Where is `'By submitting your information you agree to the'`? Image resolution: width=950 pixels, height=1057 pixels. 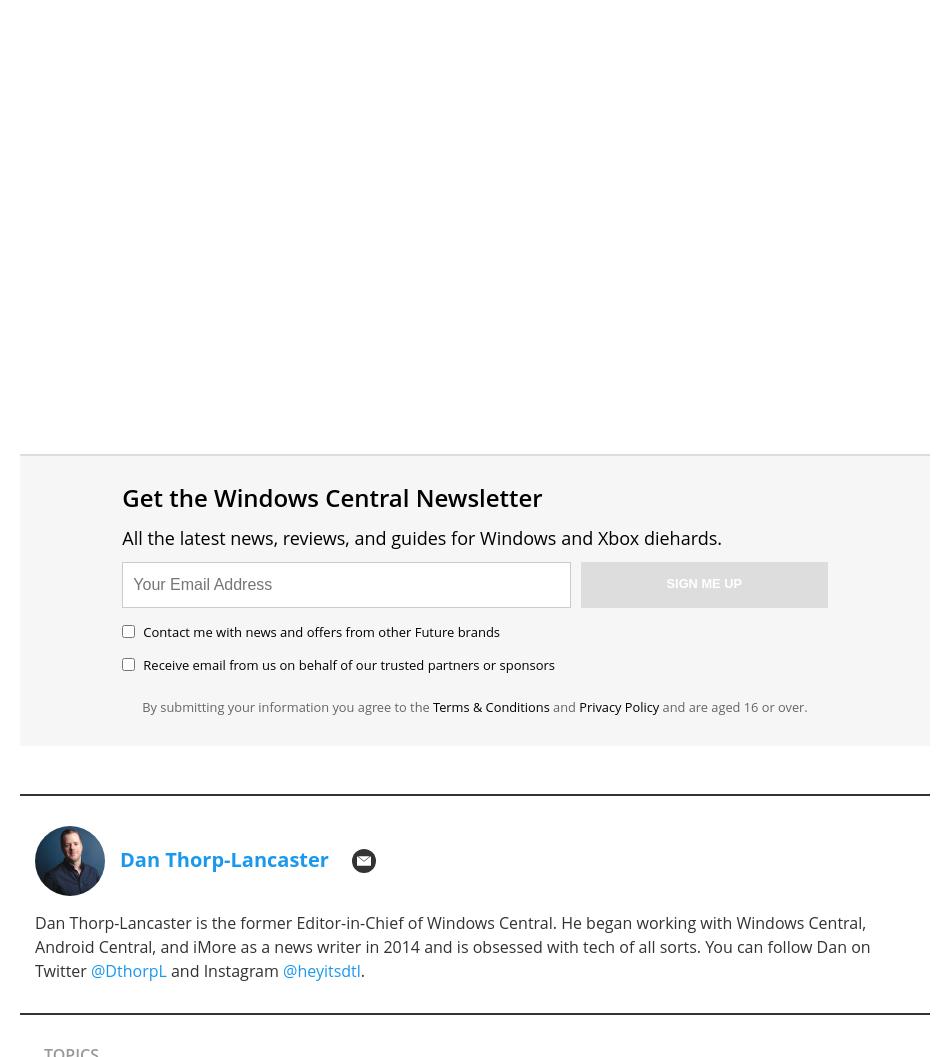 'By submitting your information you agree to the' is located at coordinates (286, 704).